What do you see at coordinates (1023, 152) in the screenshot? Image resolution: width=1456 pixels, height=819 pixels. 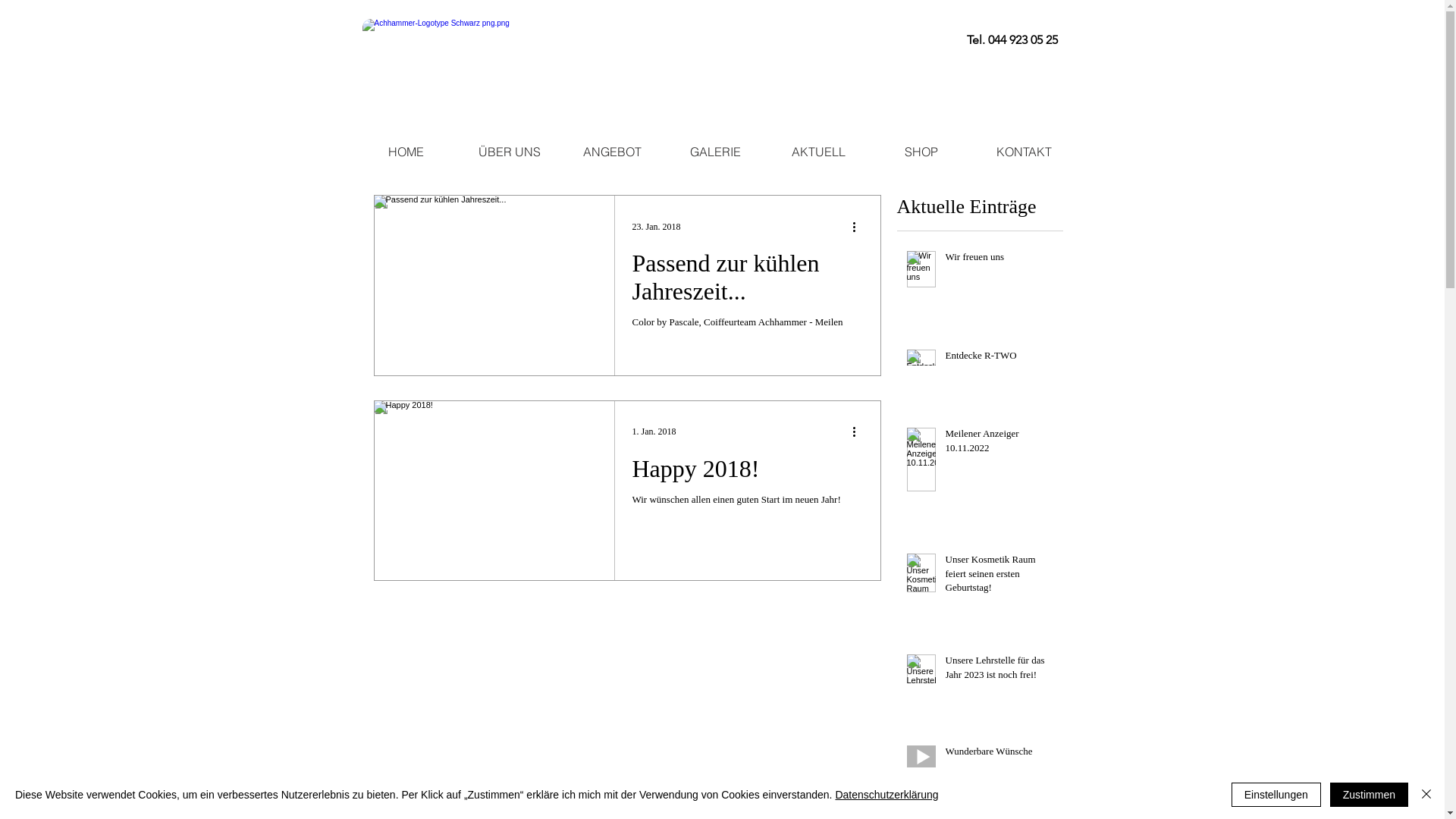 I see `'KONTAKT'` at bounding box center [1023, 152].